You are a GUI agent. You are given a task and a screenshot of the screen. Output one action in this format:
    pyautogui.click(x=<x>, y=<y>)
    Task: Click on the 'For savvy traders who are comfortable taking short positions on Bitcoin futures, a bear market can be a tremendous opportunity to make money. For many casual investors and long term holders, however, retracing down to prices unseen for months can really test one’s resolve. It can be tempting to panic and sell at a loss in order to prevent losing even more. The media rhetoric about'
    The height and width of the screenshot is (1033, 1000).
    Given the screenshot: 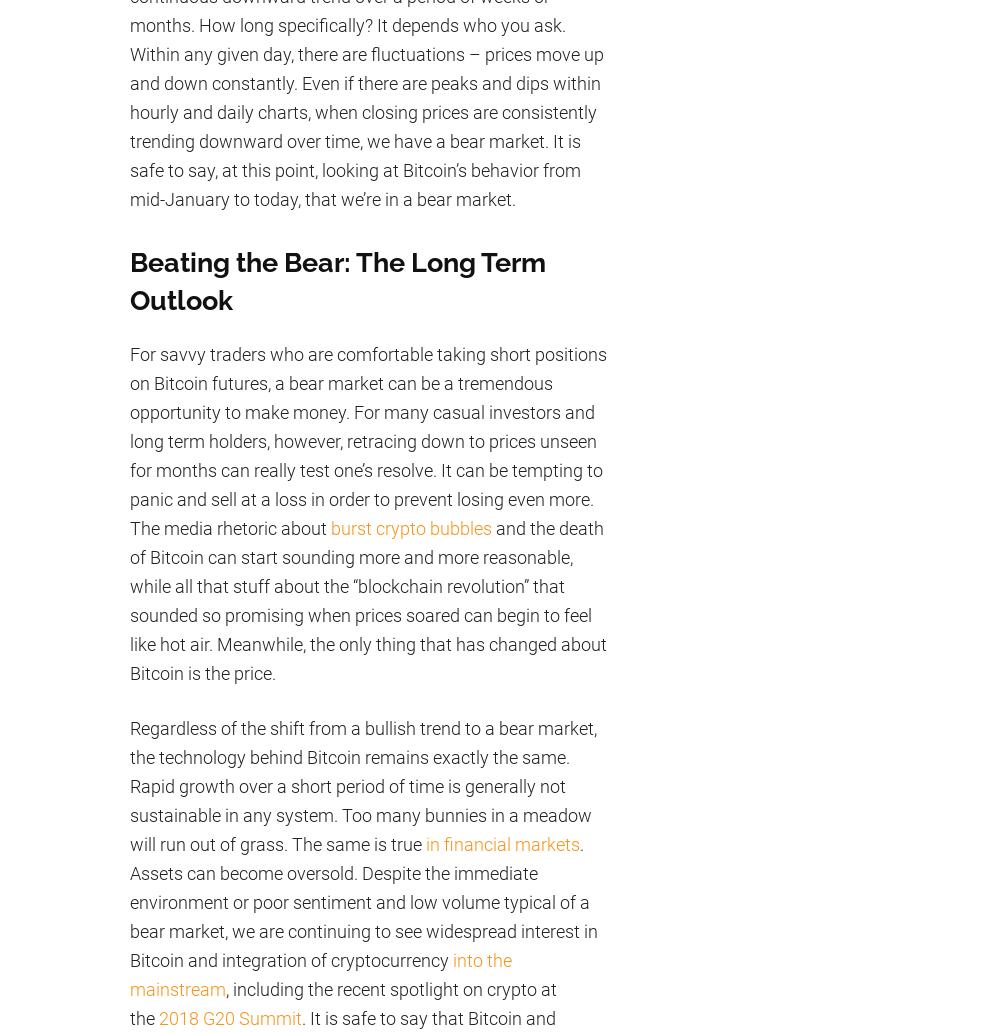 What is the action you would take?
    pyautogui.click(x=367, y=440)
    